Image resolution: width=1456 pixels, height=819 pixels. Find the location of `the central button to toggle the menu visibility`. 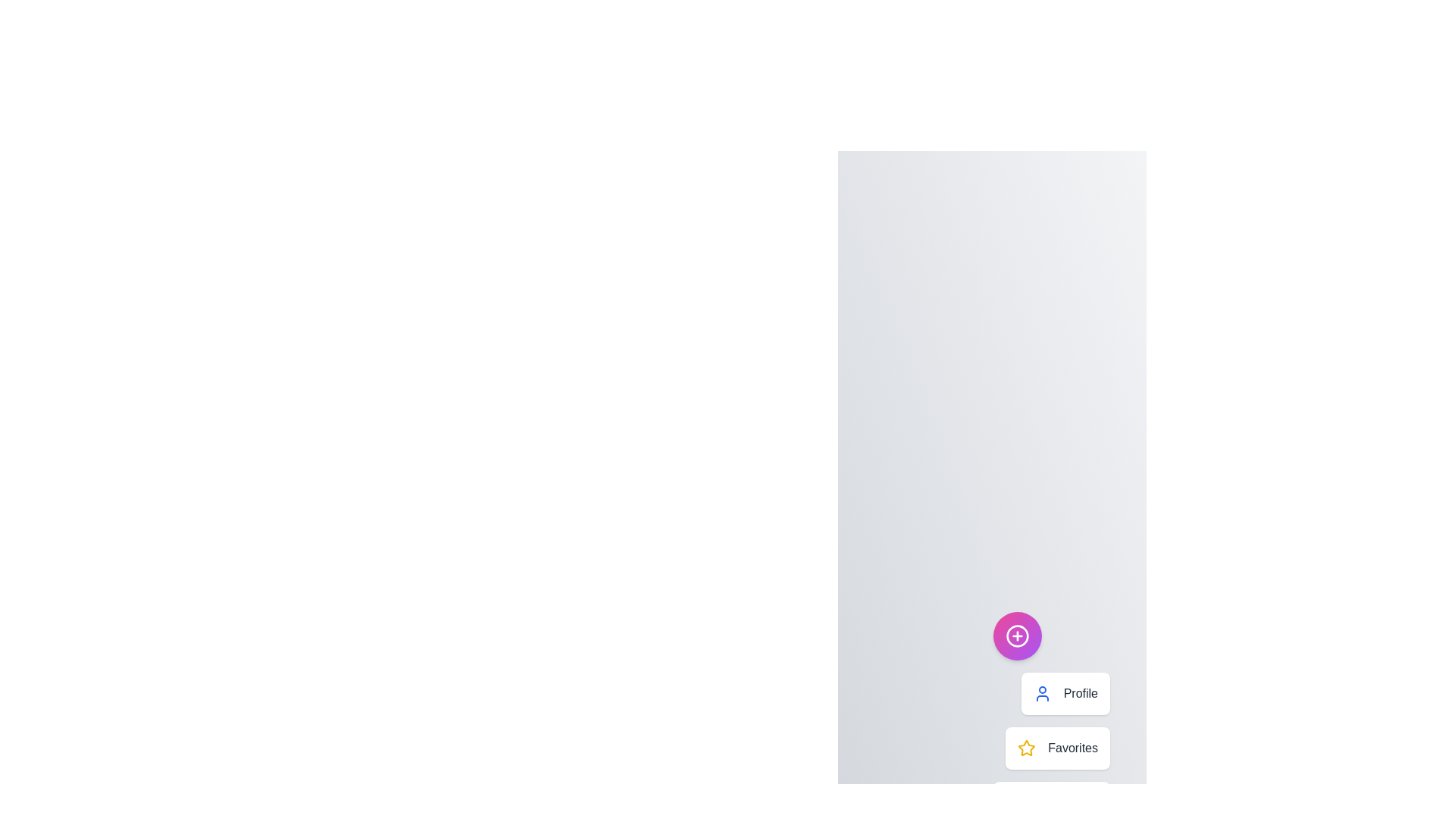

the central button to toggle the menu visibility is located at coordinates (1018, 636).